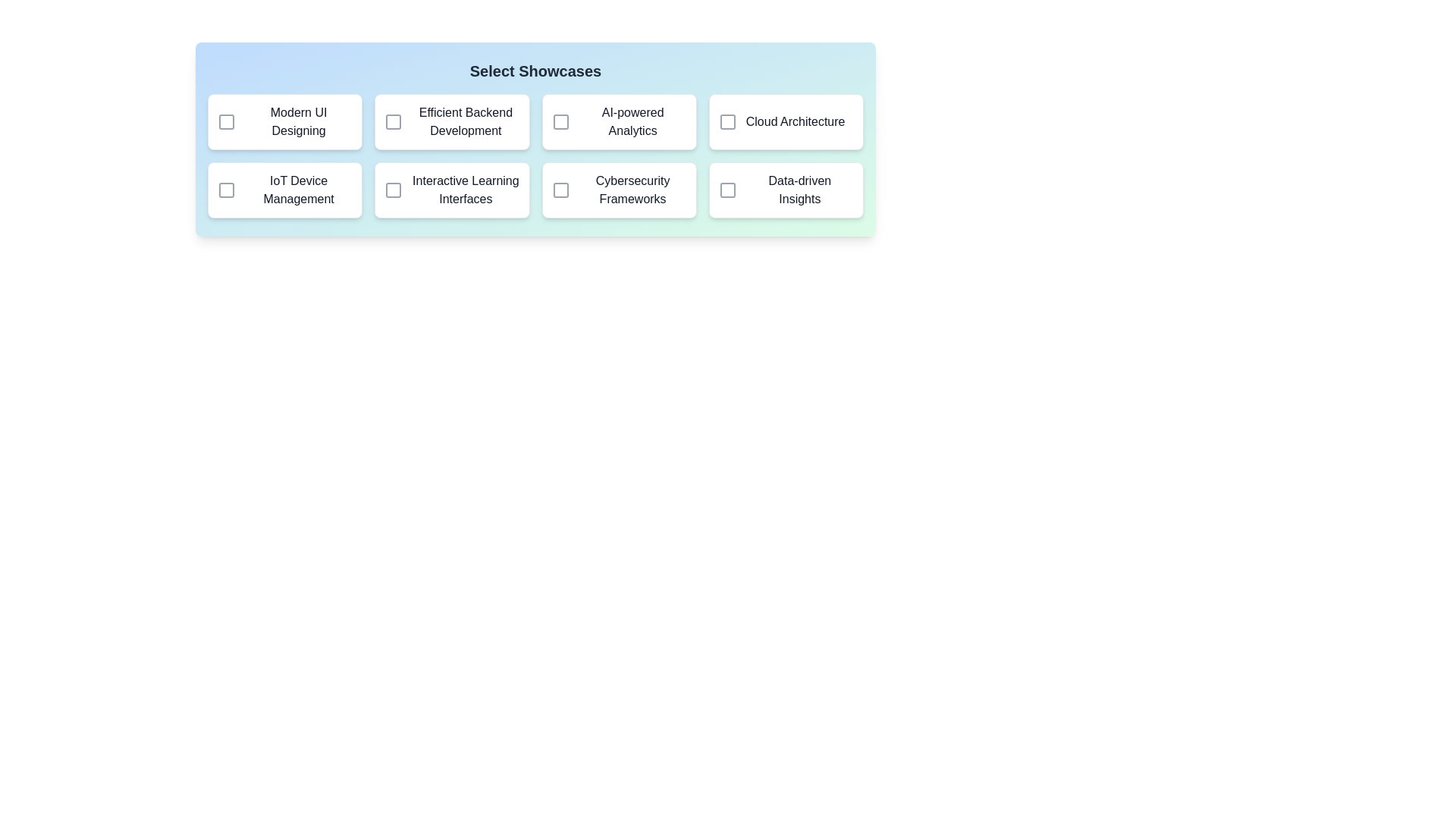  Describe the element at coordinates (393, 121) in the screenshot. I see `the showcase corresponding to Efficient Backend Development` at that location.